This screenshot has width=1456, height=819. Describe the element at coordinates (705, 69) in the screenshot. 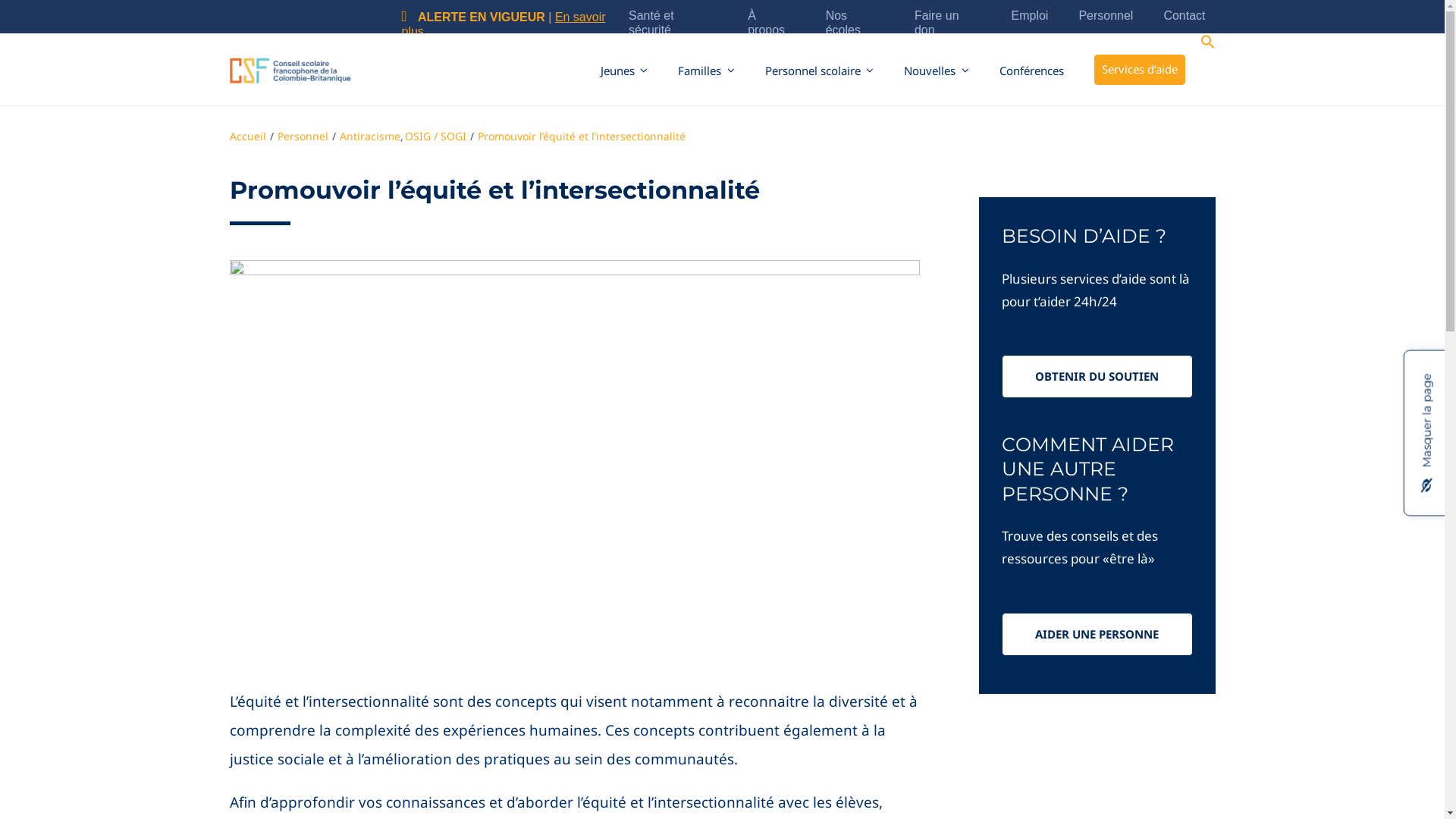

I see `'Familles'` at that location.